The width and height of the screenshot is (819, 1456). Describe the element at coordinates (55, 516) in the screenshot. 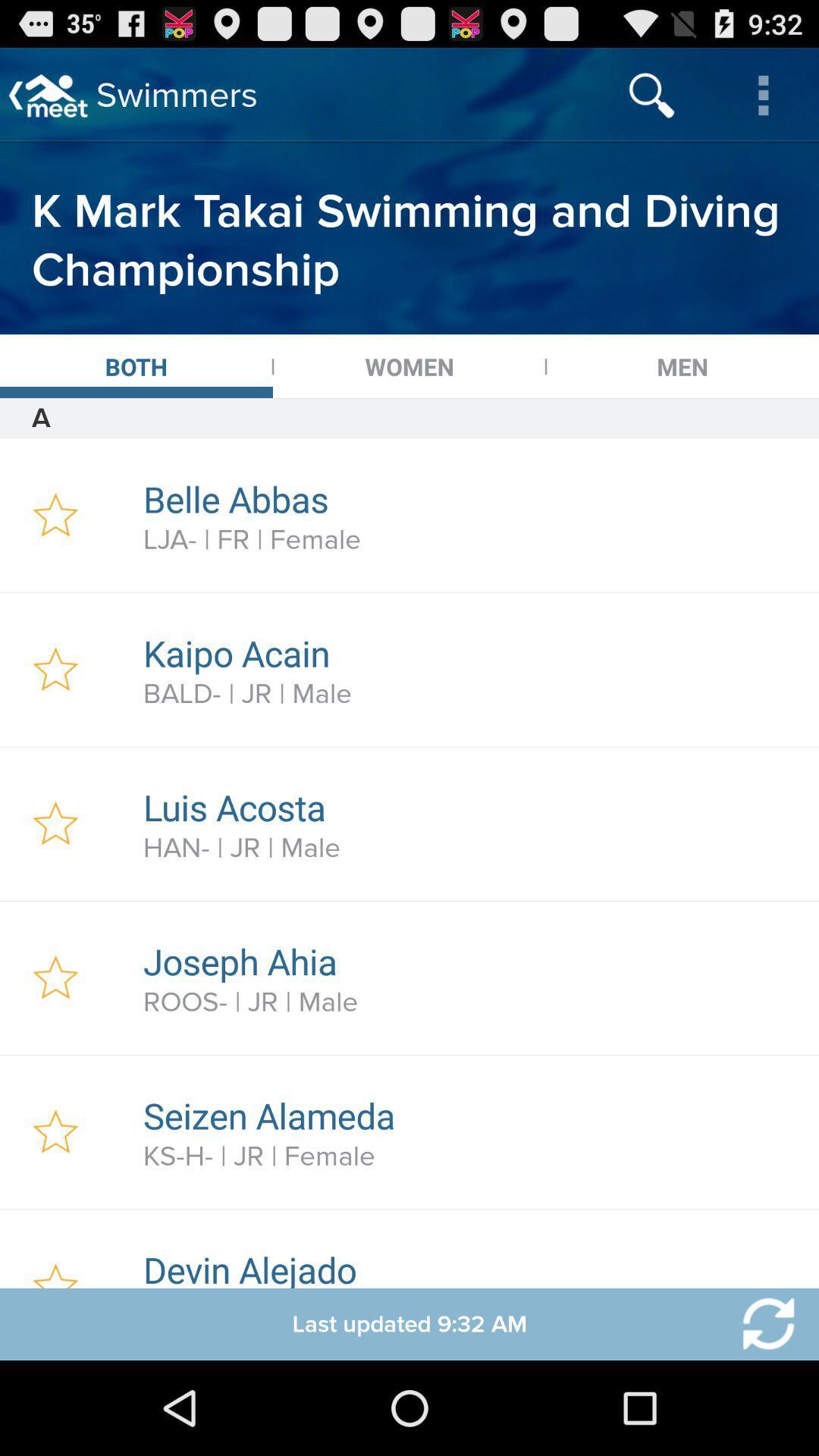

I see `to favorite` at that location.